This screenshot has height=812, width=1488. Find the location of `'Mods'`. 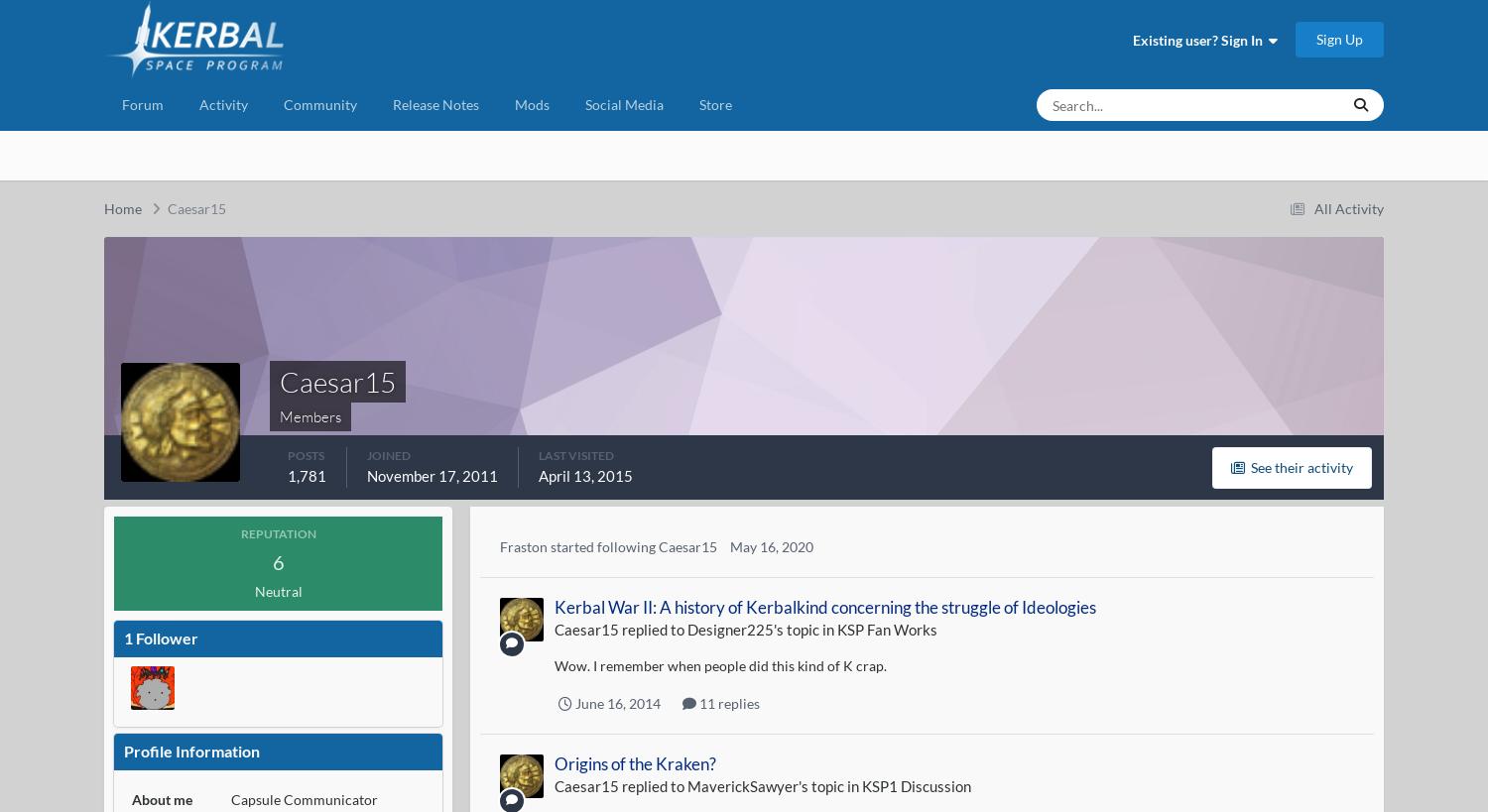

'Mods' is located at coordinates (532, 104).